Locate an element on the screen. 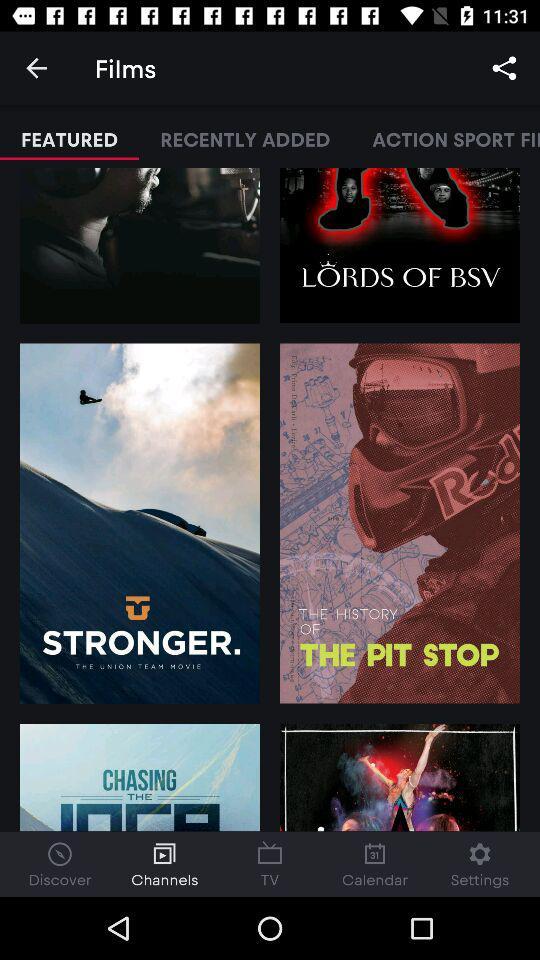 The width and height of the screenshot is (540, 960). the icon to the left of the films is located at coordinates (36, 68).